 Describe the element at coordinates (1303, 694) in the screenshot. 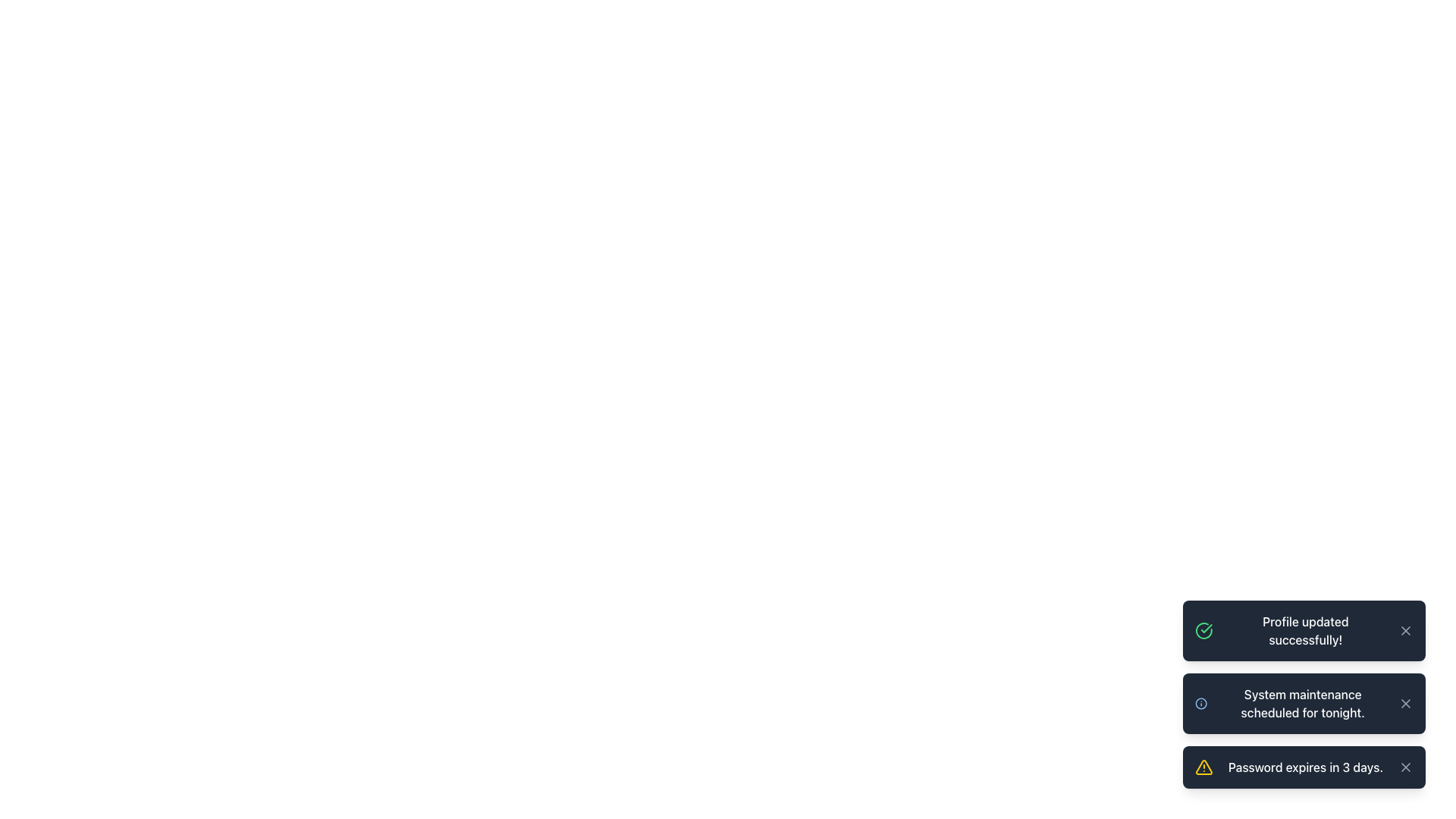

I see `the notification items located in the Notification panel at the bottom-right corner of the viewport` at that location.